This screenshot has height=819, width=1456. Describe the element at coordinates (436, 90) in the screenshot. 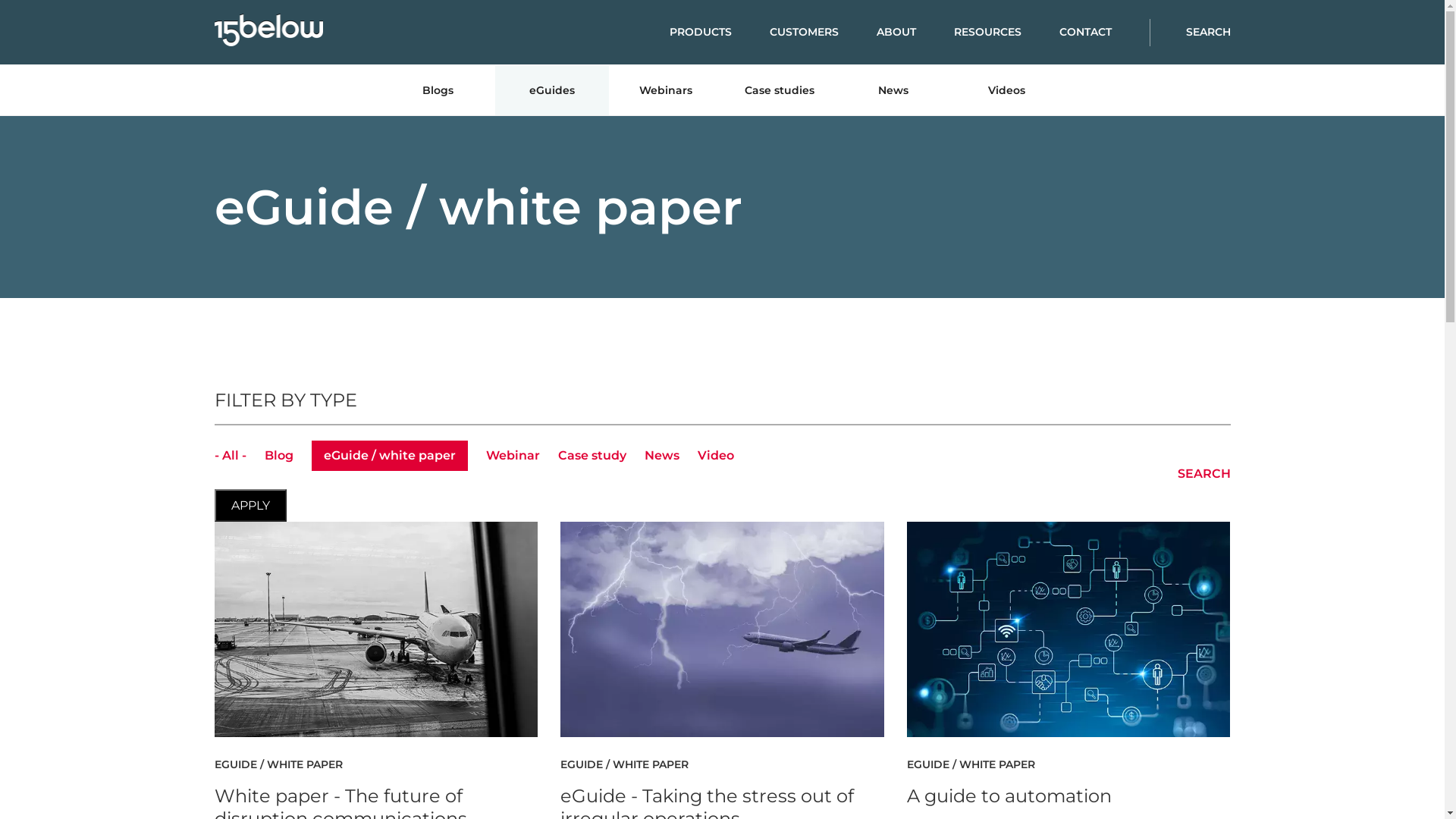

I see `'Blogs'` at that location.